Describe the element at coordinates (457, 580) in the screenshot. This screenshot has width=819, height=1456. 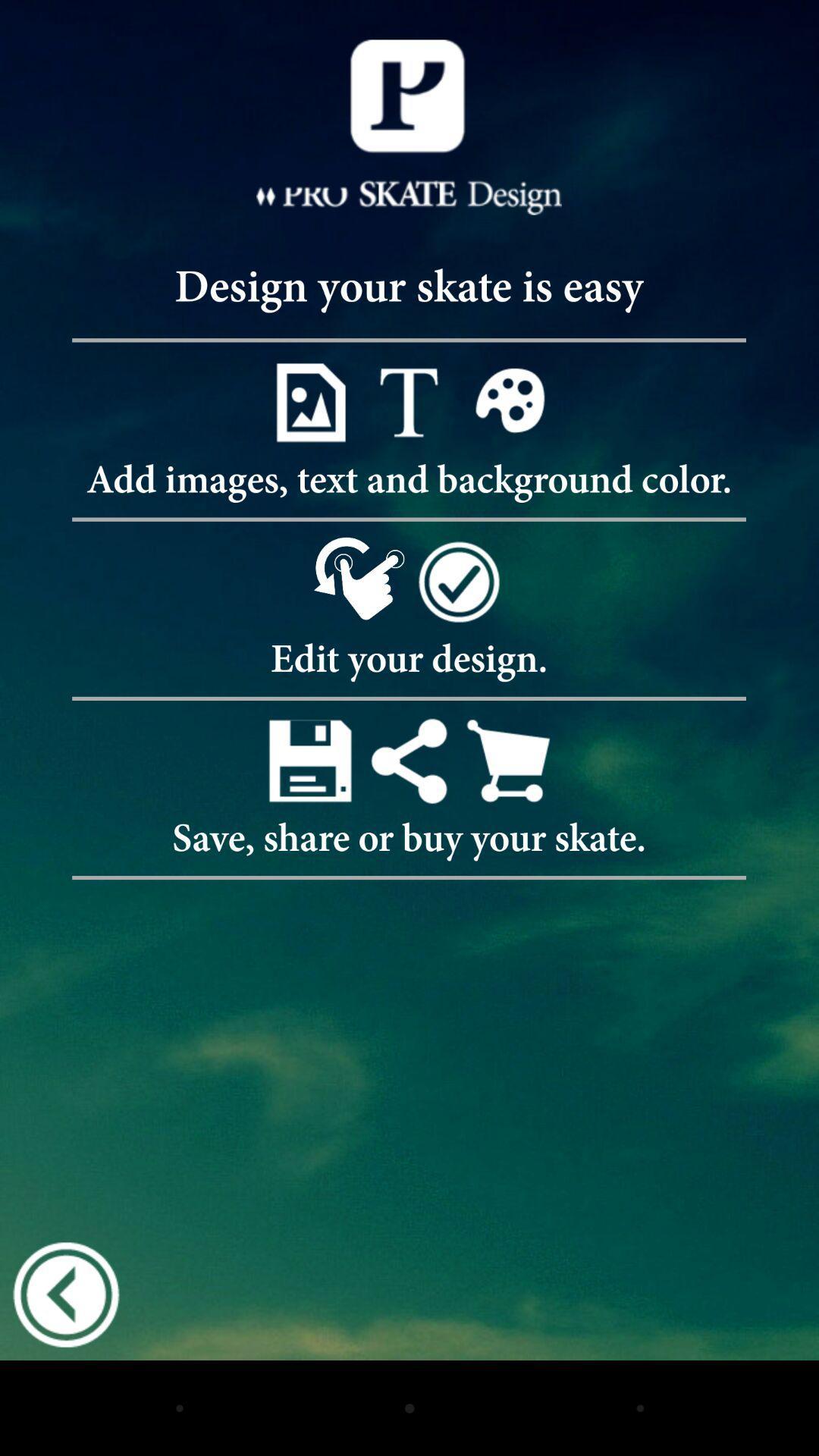
I see `complete design` at that location.